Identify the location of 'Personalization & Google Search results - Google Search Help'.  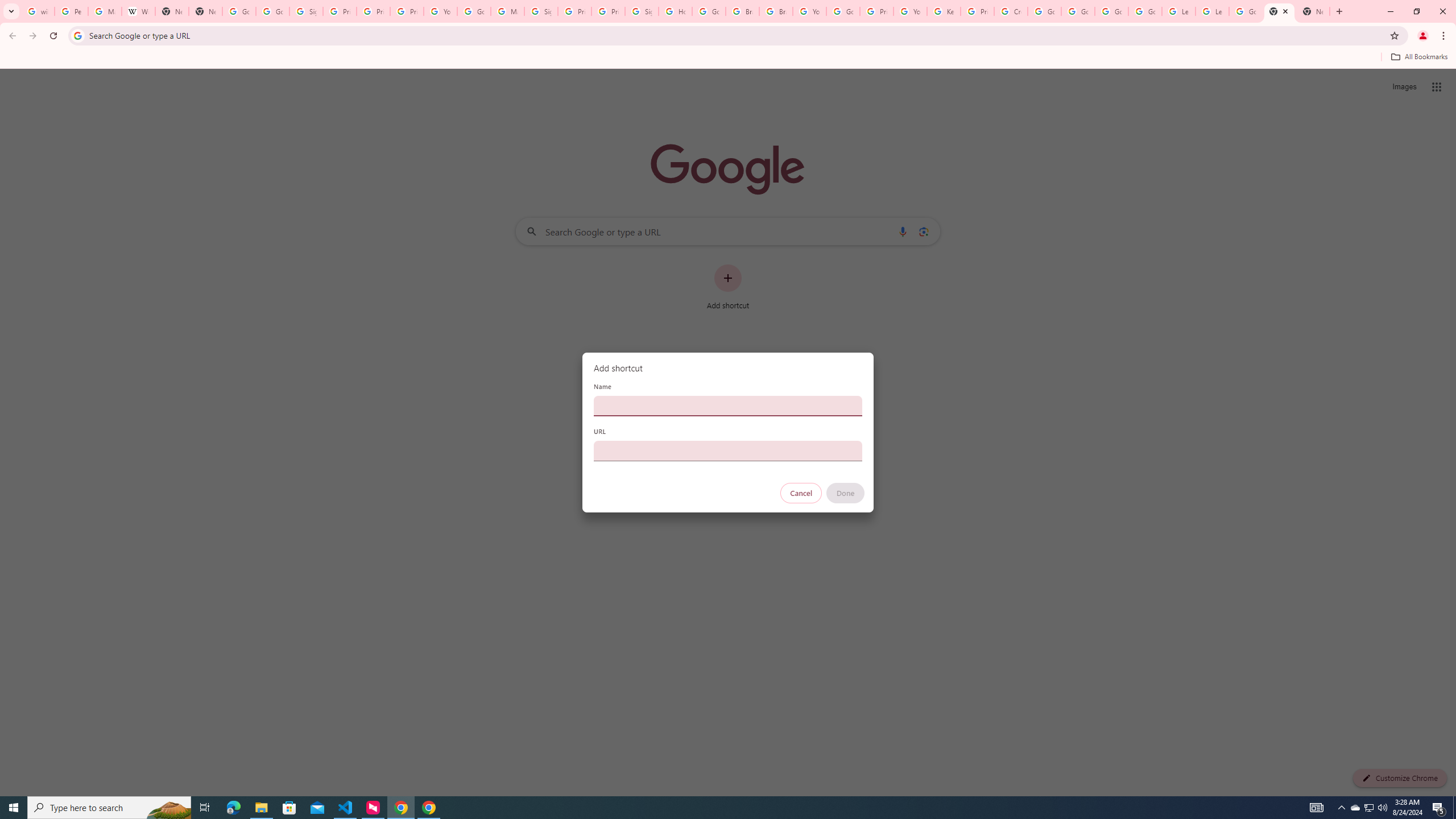
(71, 11).